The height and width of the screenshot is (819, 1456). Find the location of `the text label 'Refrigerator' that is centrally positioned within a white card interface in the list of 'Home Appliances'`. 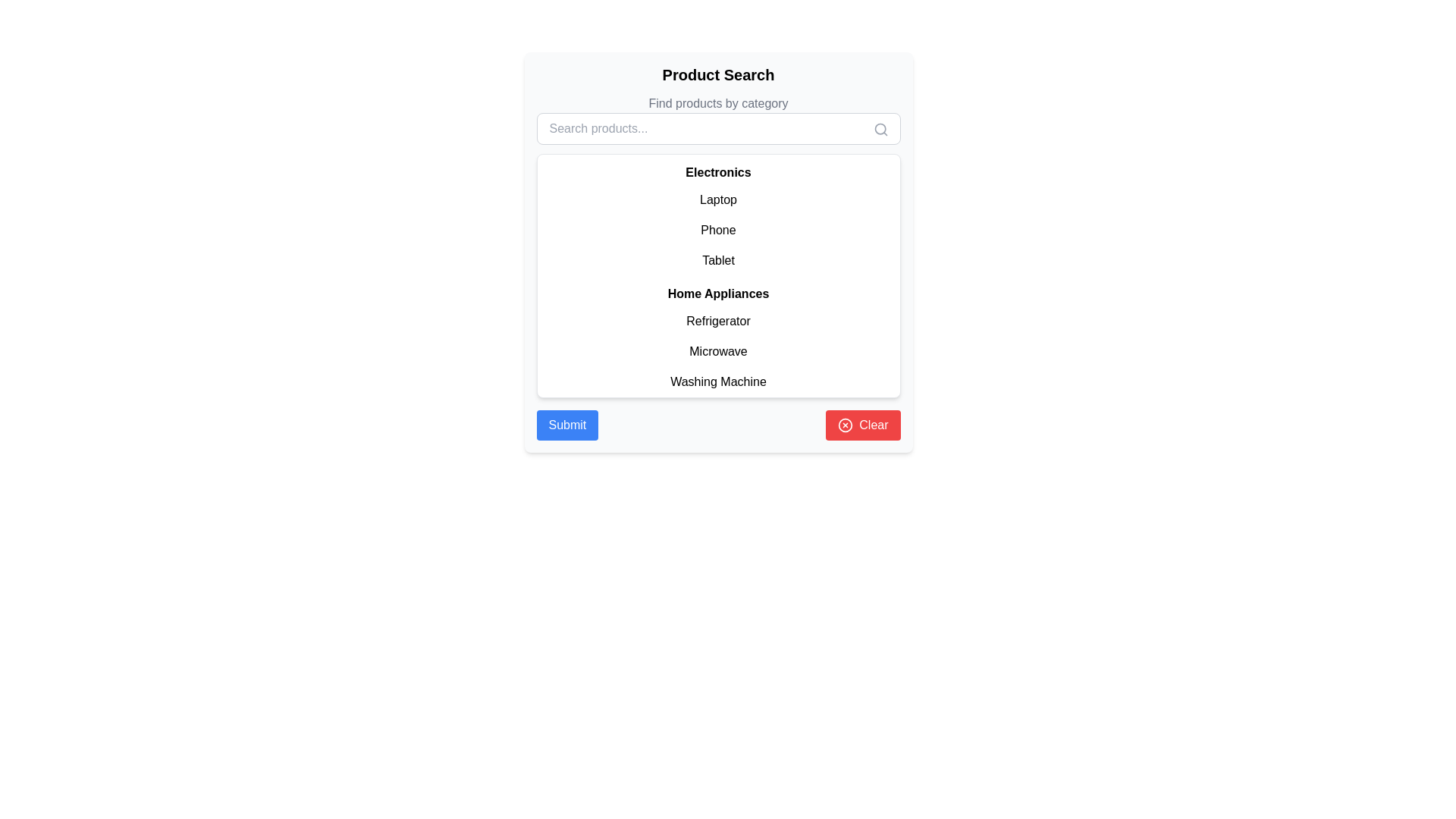

the text label 'Refrigerator' that is centrally positioned within a white card interface in the list of 'Home Appliances' is located at coordinates (717, 321).